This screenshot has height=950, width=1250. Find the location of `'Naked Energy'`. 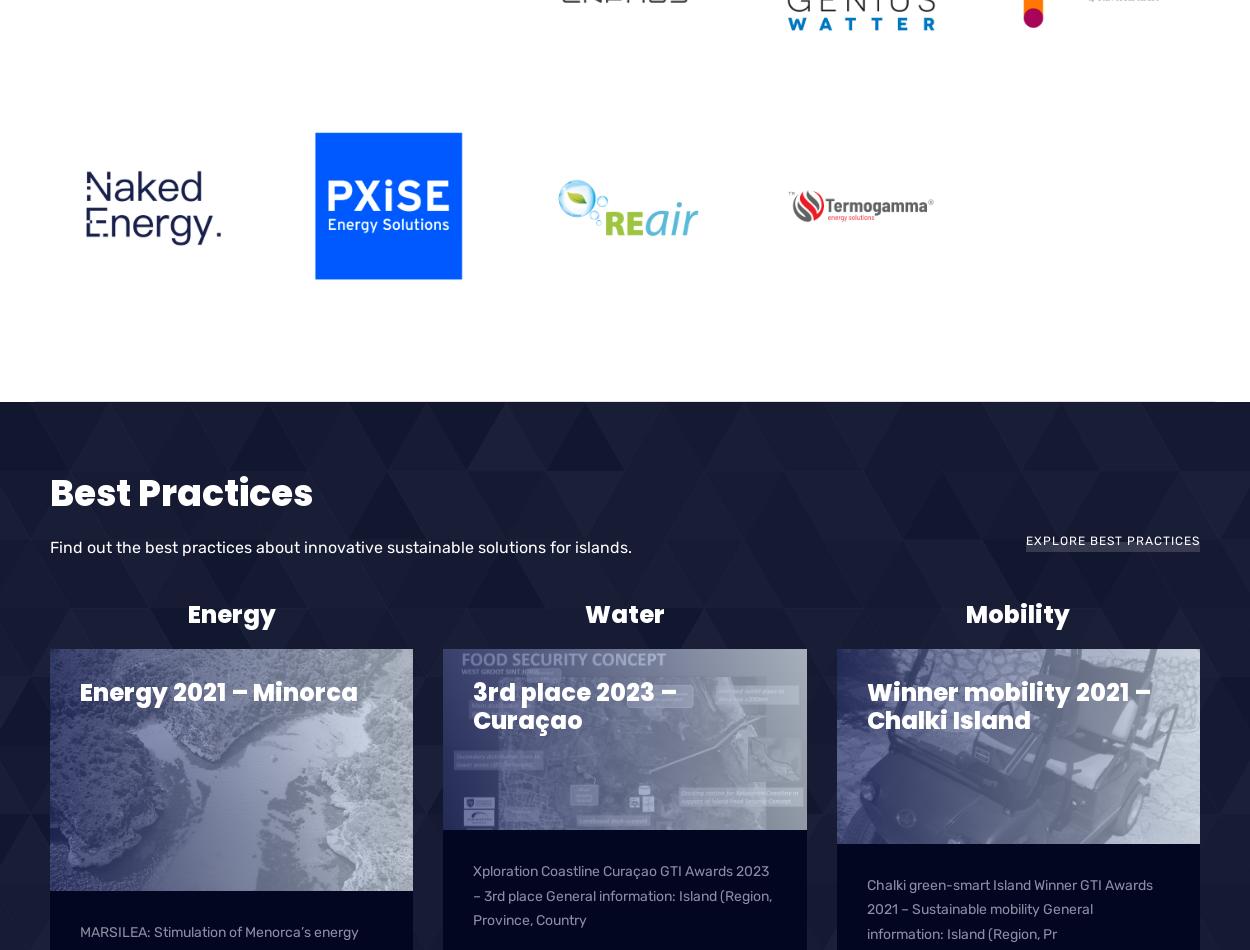

'Naked Energy' is located at coordinates (132, 209).